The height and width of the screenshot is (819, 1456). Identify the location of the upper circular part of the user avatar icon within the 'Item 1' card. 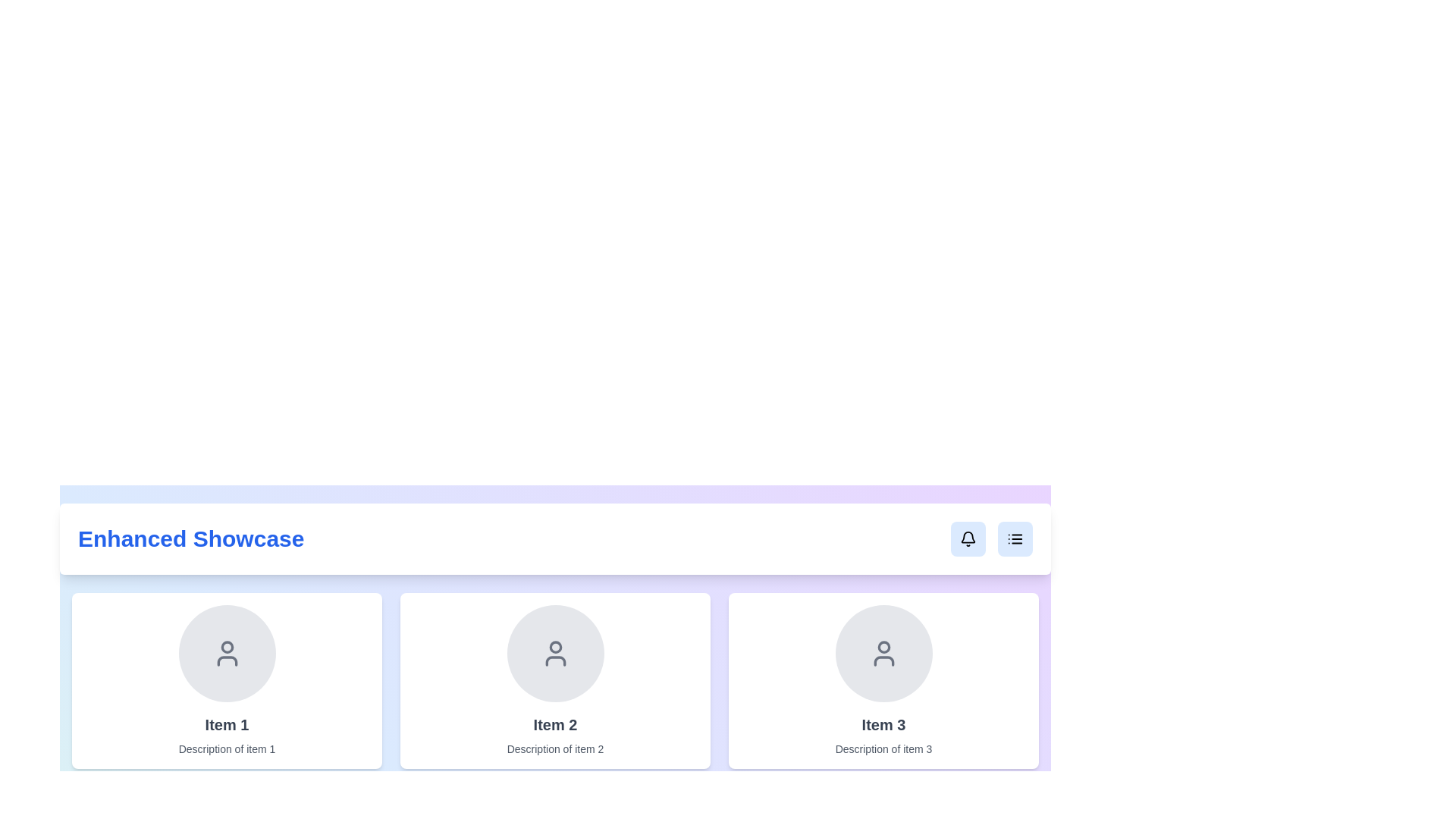
(226, 647).